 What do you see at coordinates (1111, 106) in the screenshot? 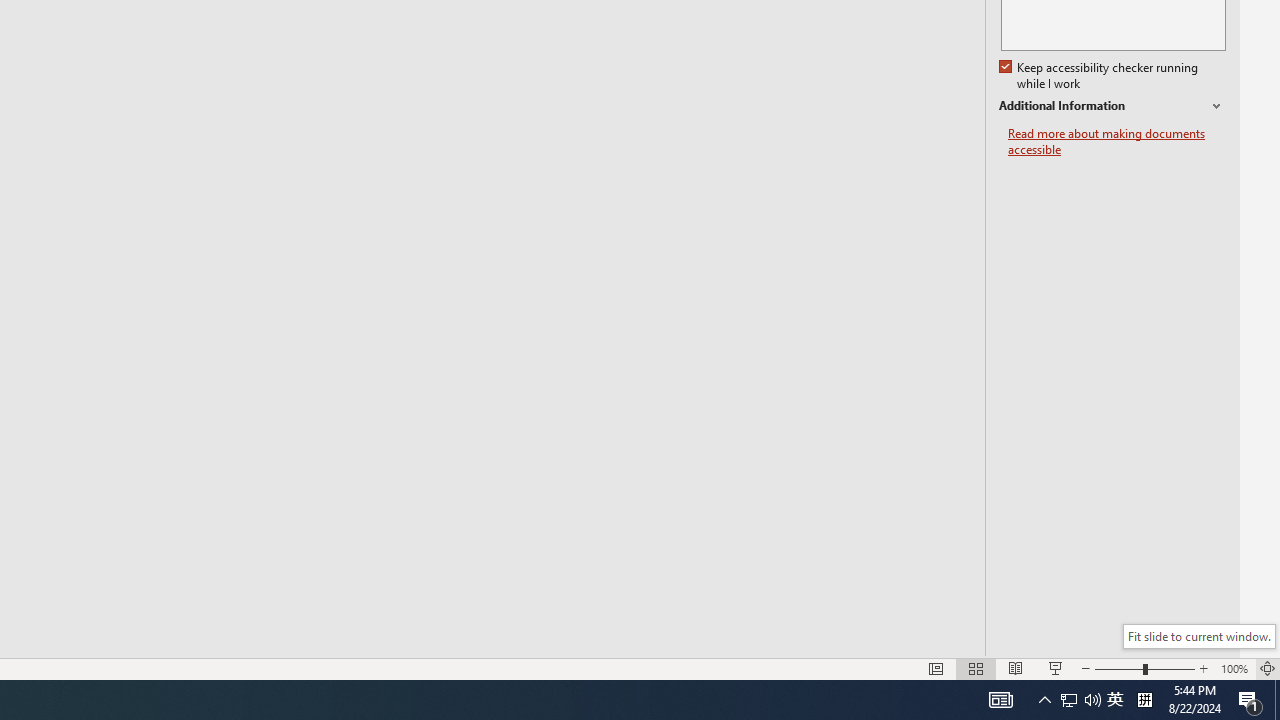
I see `'Additional Information'` at bounding box center [1111, 106].